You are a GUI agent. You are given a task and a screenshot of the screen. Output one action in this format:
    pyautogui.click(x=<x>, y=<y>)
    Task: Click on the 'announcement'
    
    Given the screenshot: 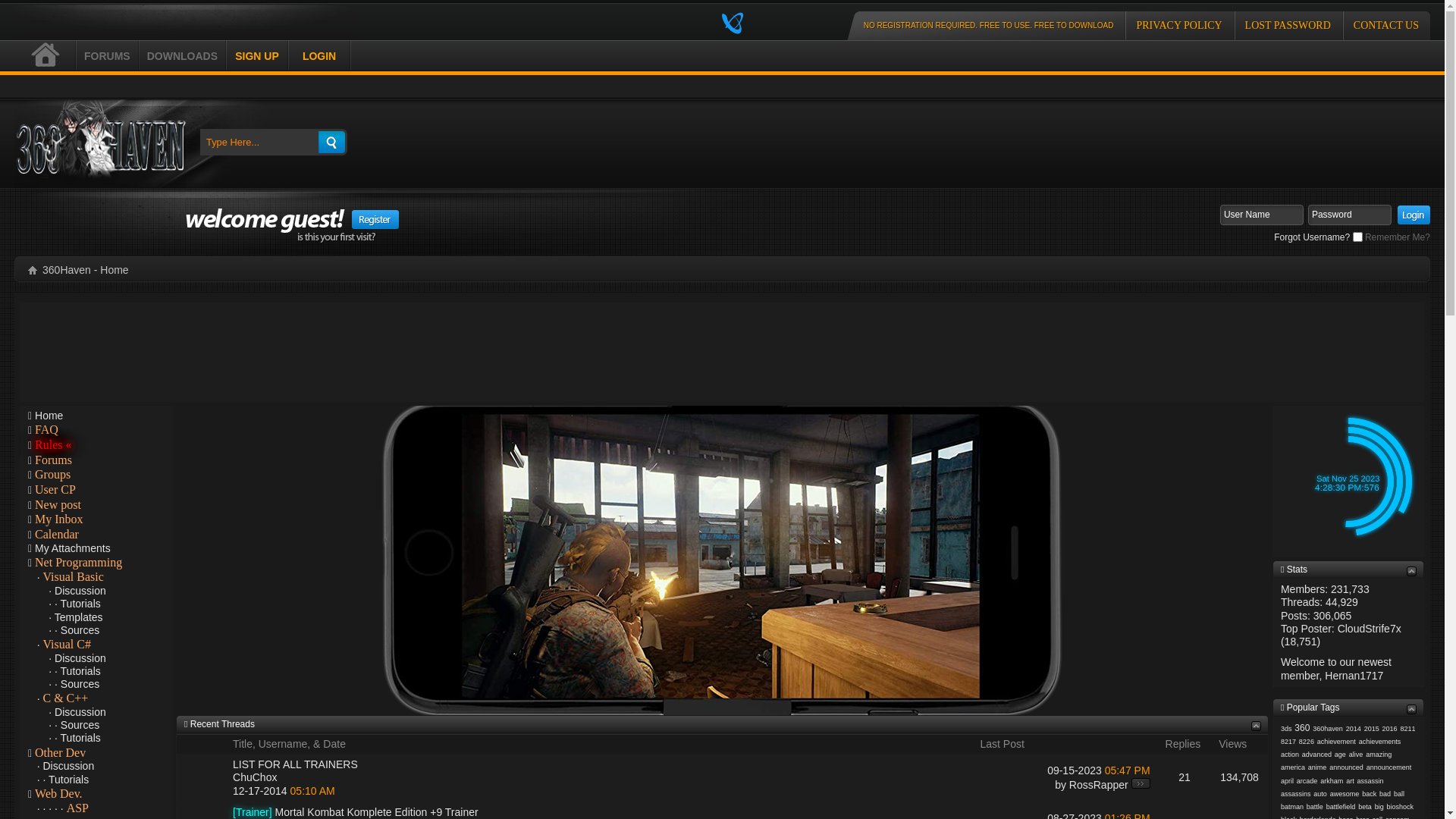 What is the action you would take?
    pyautogui.click(x=1389, y=767)
    